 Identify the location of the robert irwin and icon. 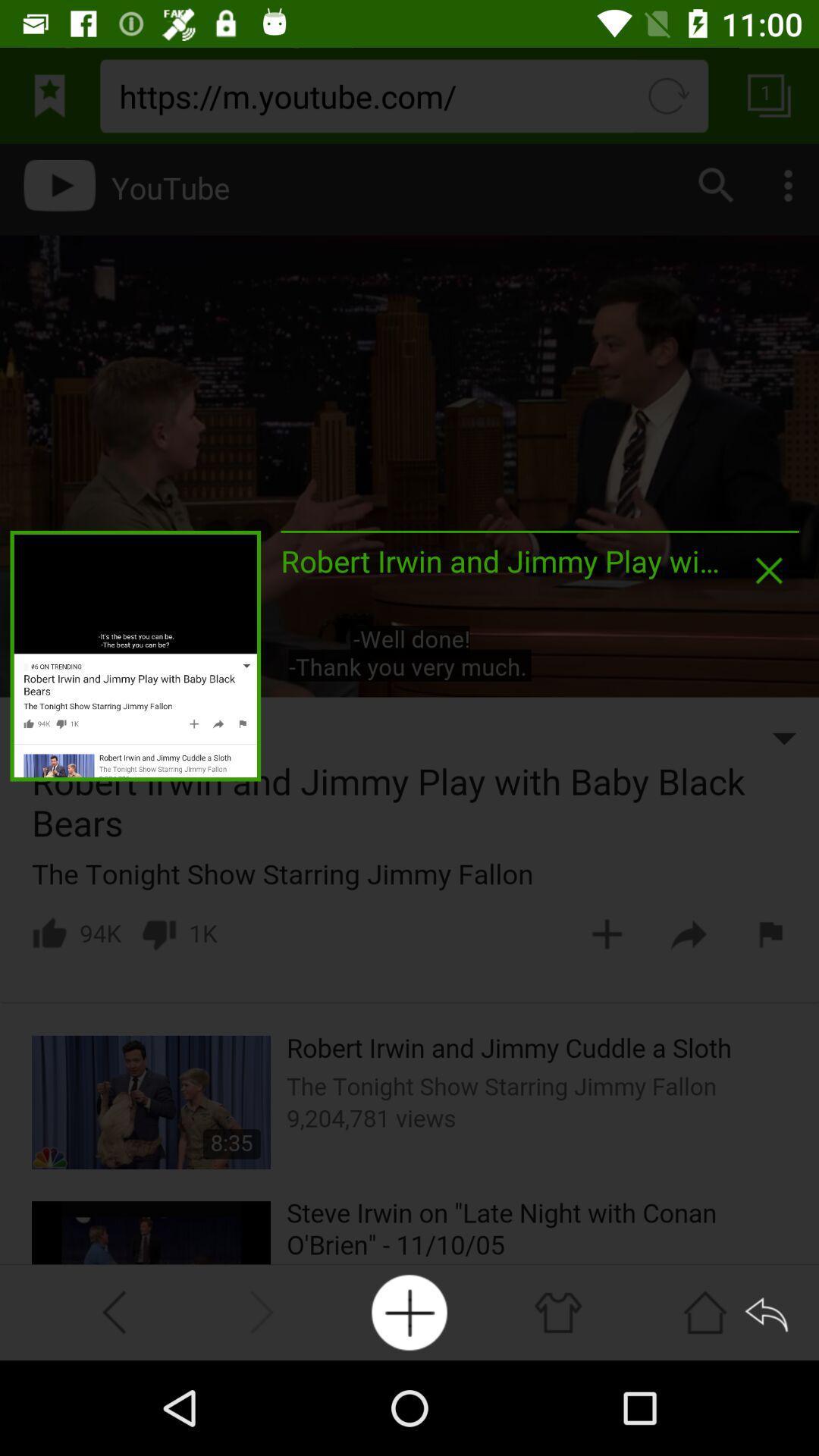
(500, 560).